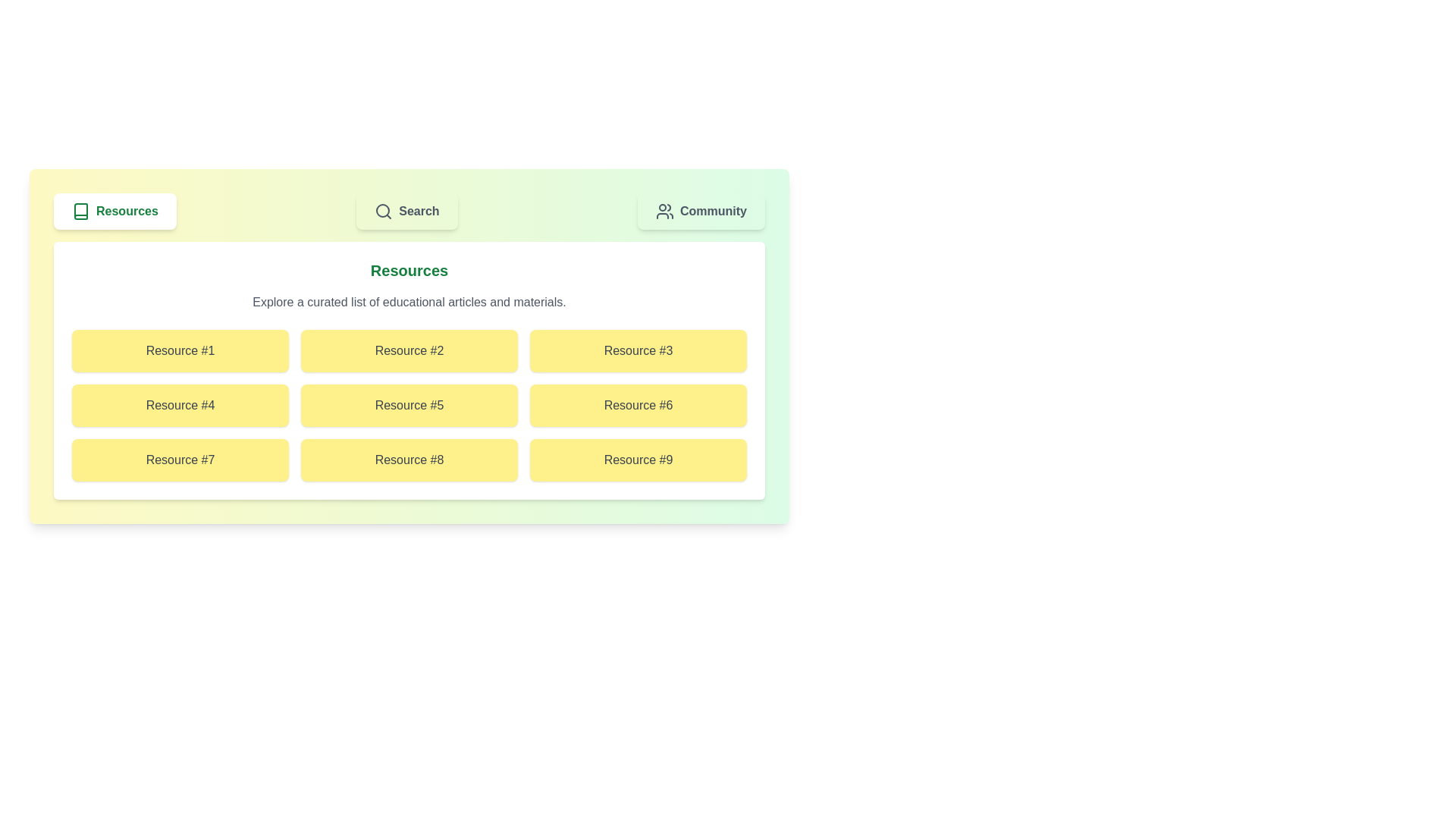 Image resolution: width=1456 pixels, height=819 pixels. Describe the element at coordinates (701, 211) in the screenshot. I see `the Community tab by clicking on its button` at that location.